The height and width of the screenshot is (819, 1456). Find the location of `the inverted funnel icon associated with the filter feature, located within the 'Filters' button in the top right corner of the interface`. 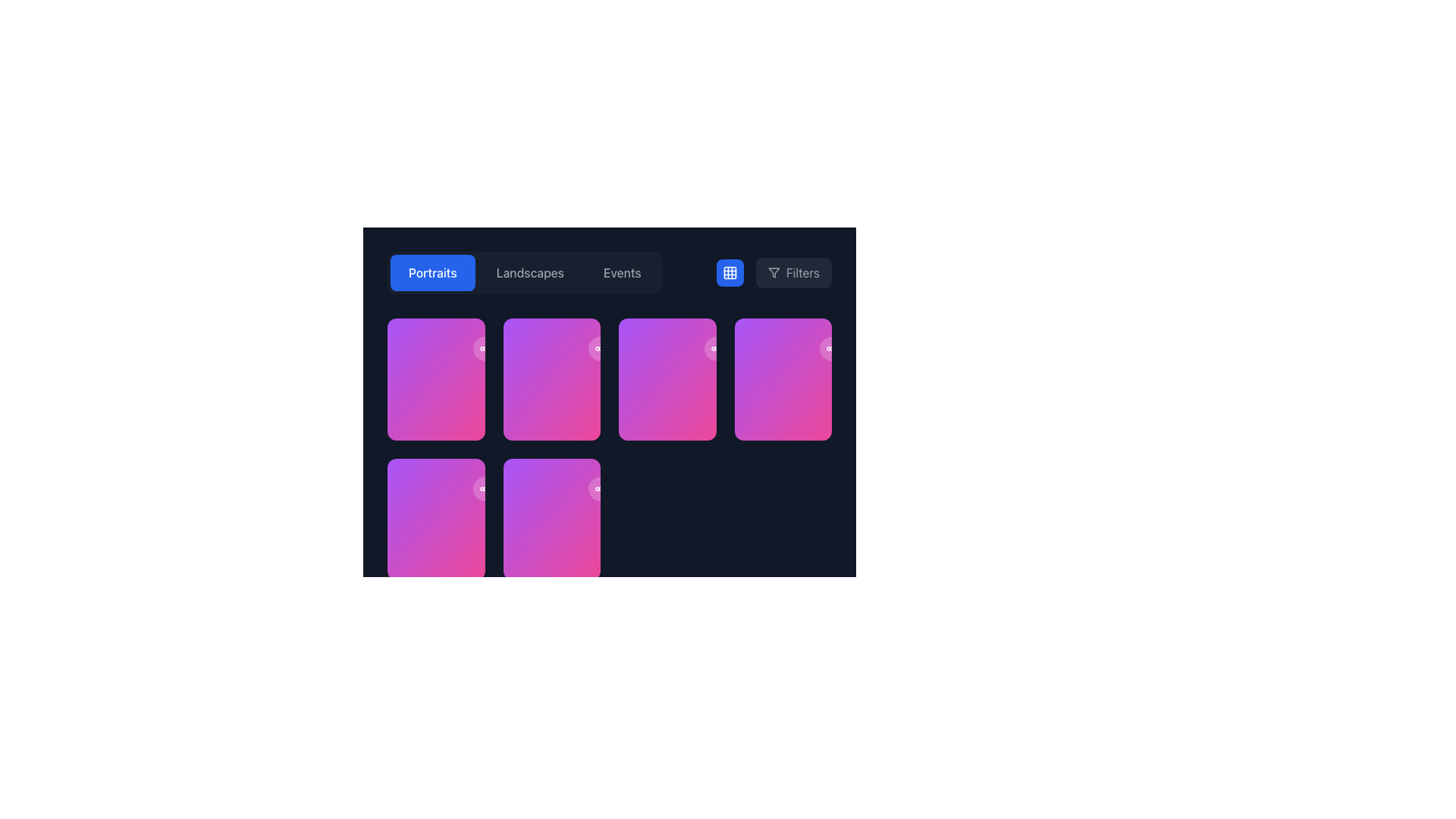

the inverted funnel icon associated with the filter feature, located within the 'Filters' button in the top right corner of the interface is located at coordinates (773, 271).